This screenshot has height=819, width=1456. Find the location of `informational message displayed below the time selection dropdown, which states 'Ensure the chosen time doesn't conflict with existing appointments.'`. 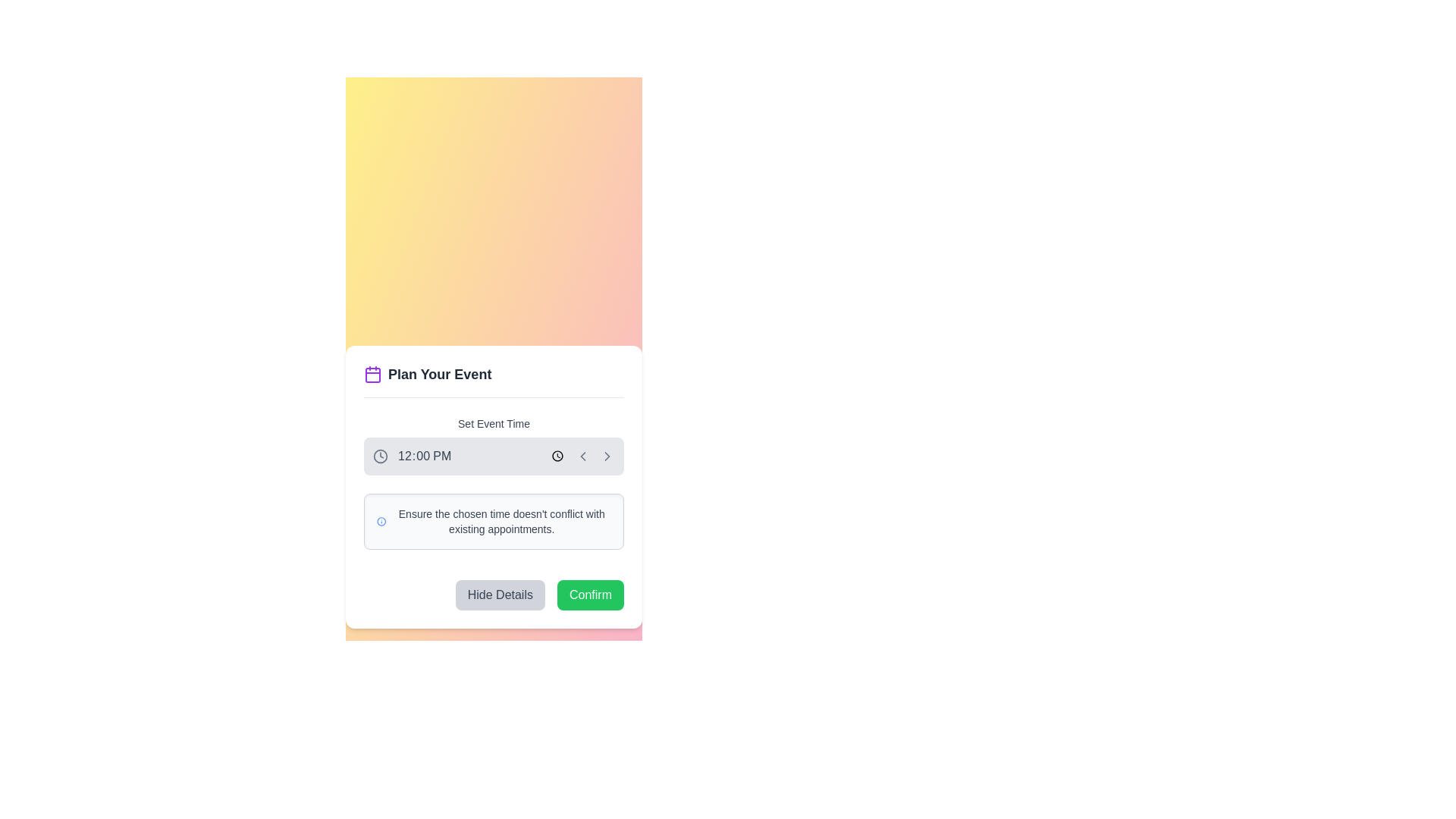

informational message displayed below the time selection dropdown, which states 'Ensure the chosen time doesn't conflict with existing appointments.' is located at coordinates (494, 520).